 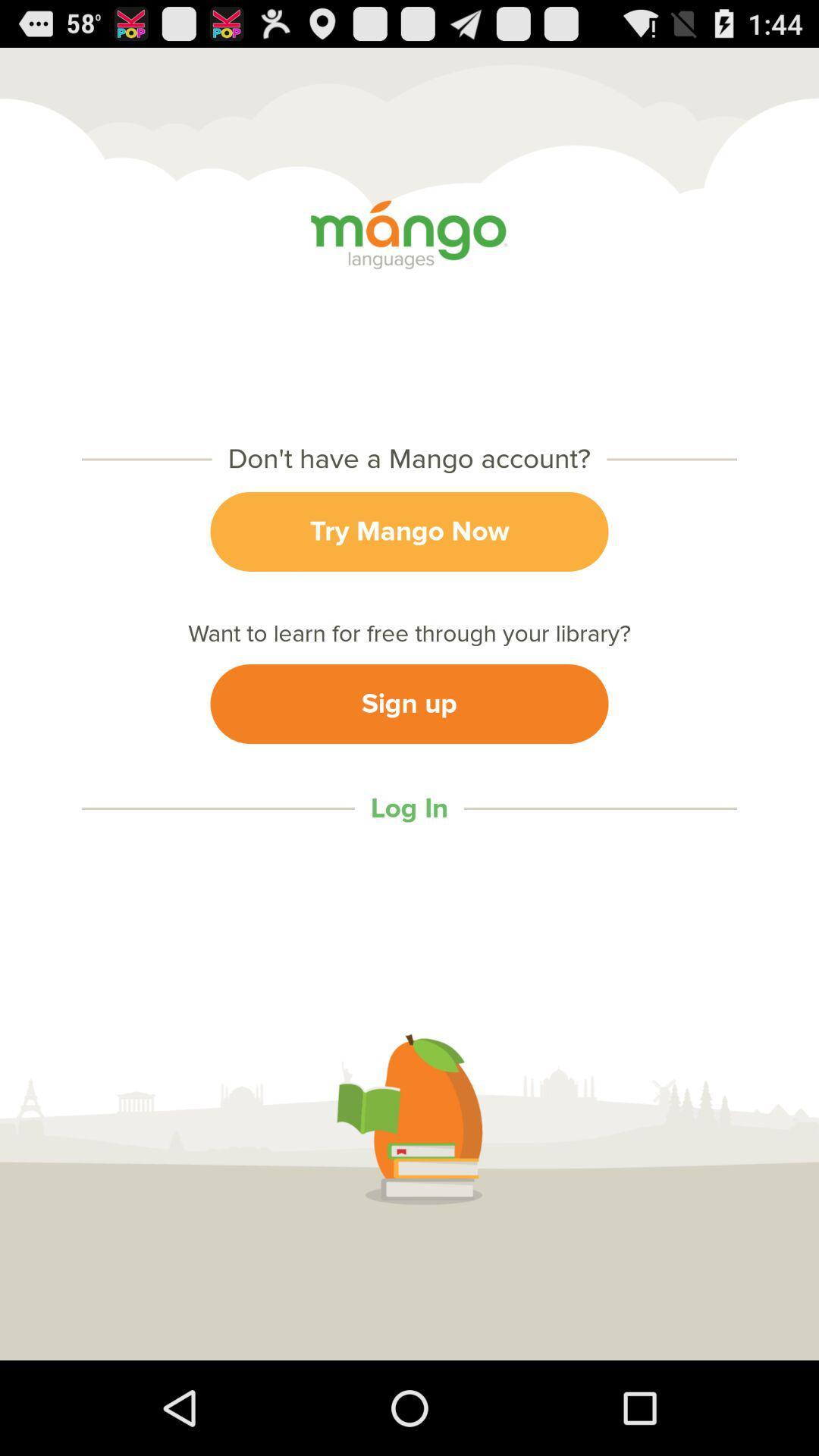 What do you see at coordinates (409, 703) in the screenshot?
I see `icon above the log in item` at bounding box center [409, 703].